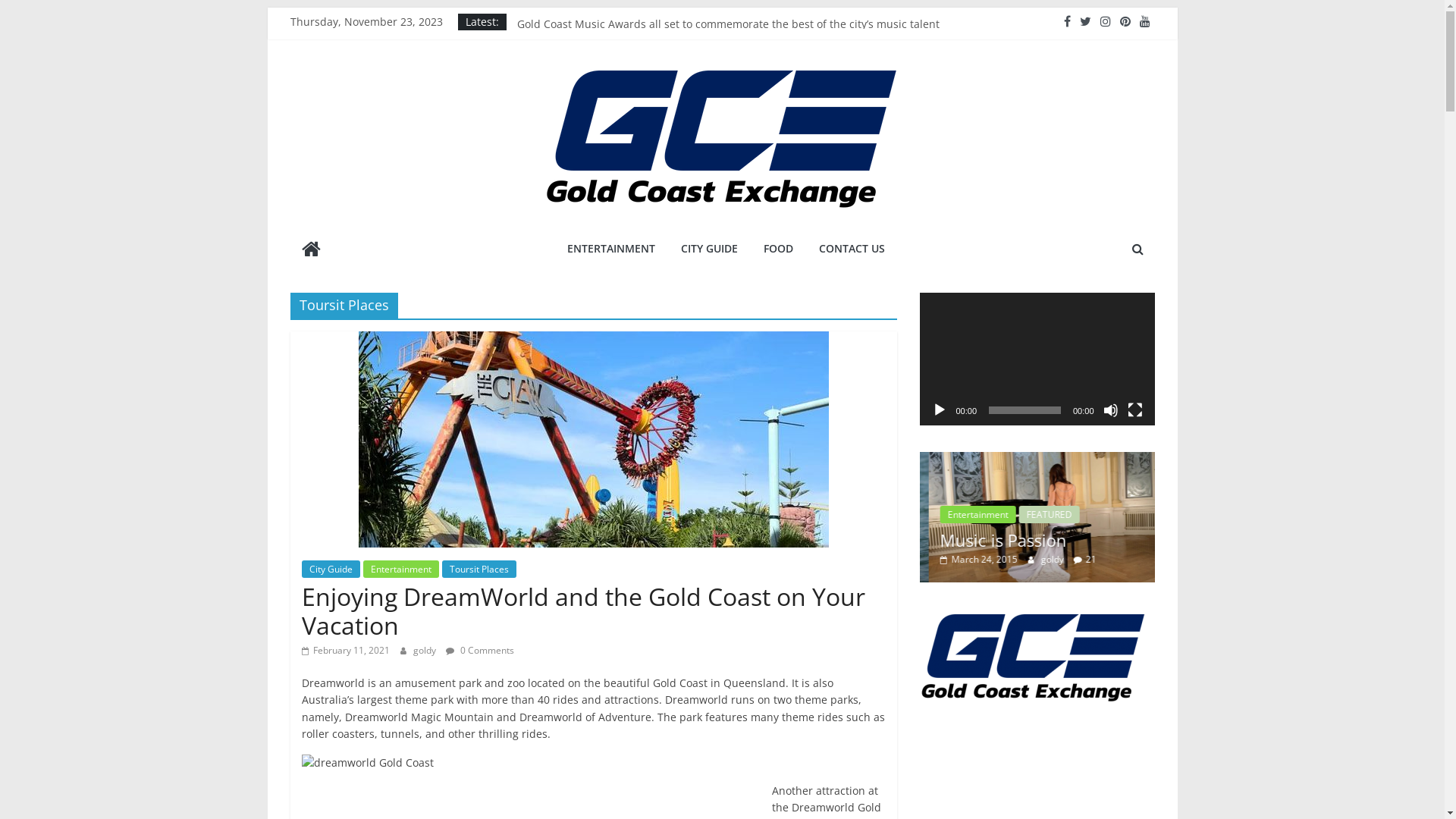 The height and width of the screenshot is (819, 1456). What do you see at coordinates (778, 248) in the screenshot?
I see `'FOOD'` at bounding box center [778, 248].